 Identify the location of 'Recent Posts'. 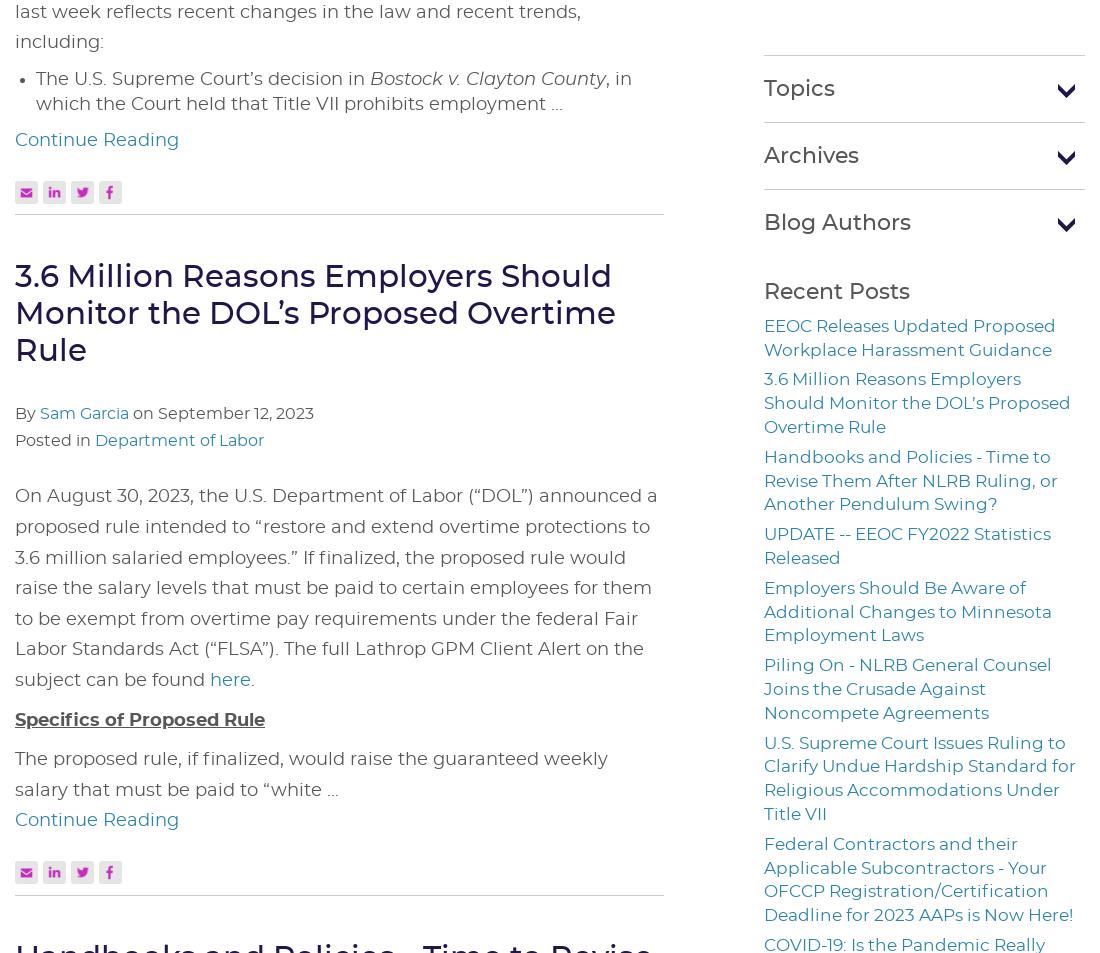
(835, 290).